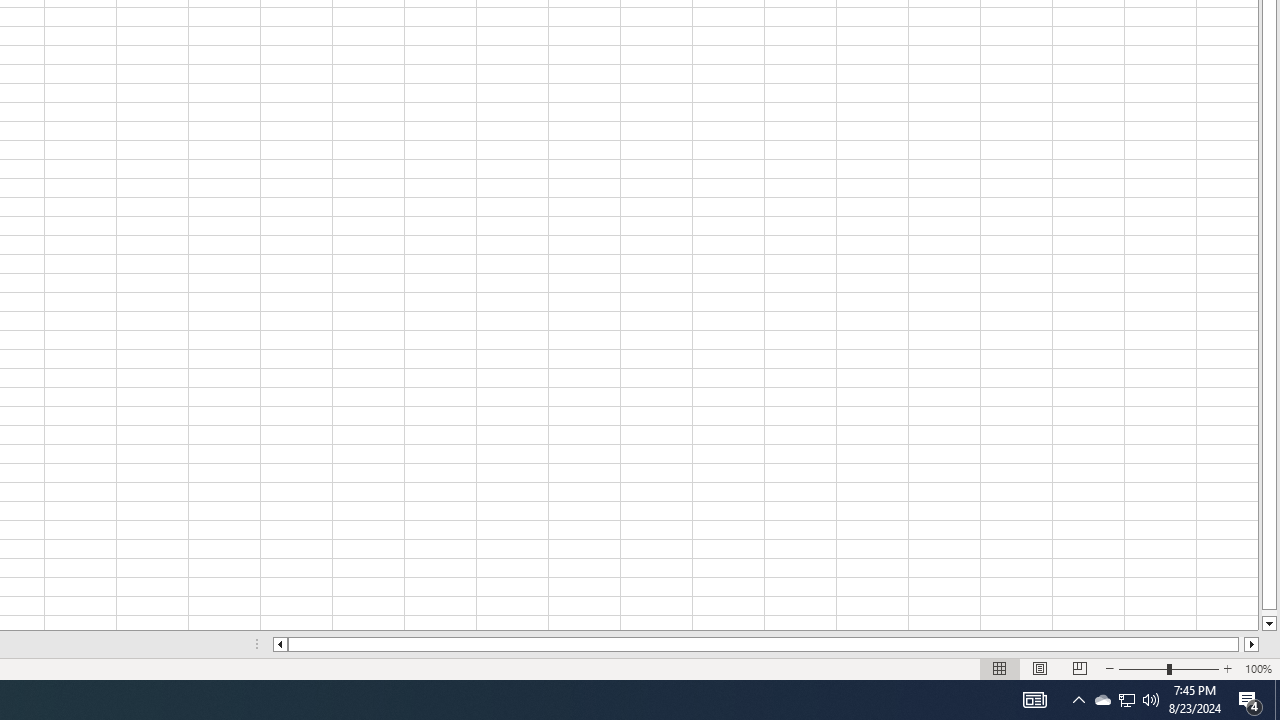  I want to click on 'Column right', so click(1251, 644).